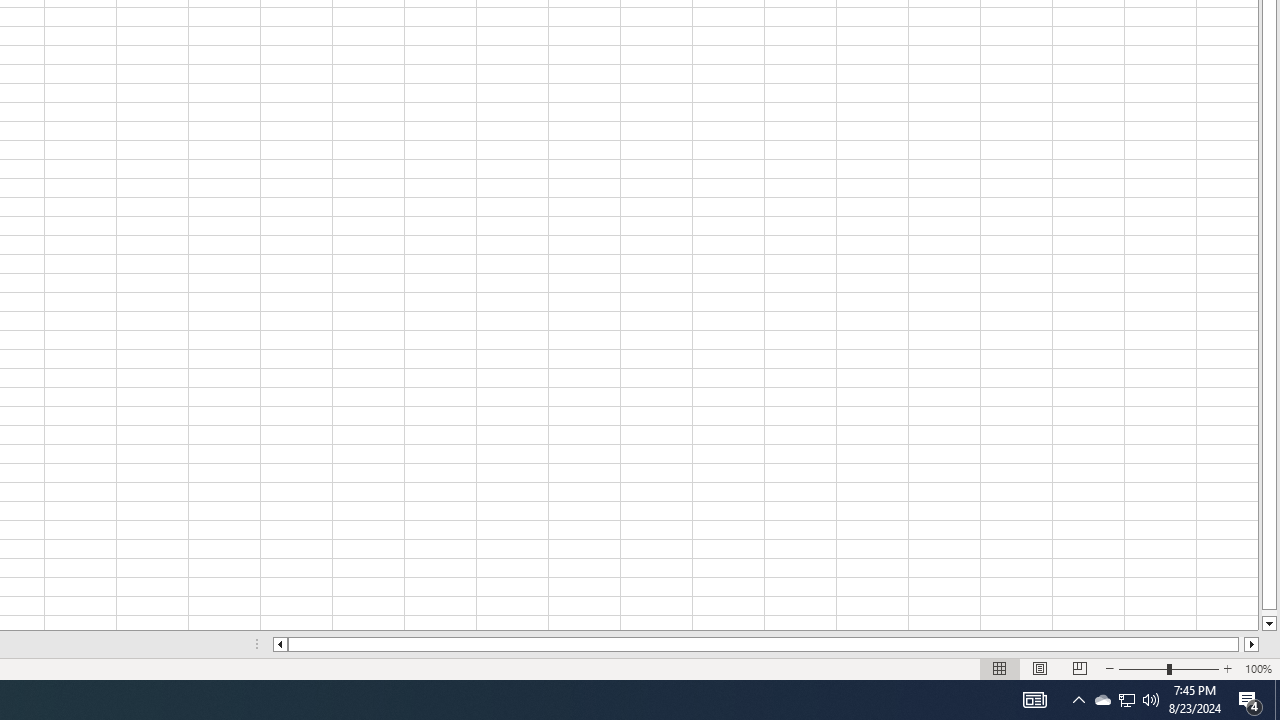  I want to click on 'Column right', so click(1251, 644).